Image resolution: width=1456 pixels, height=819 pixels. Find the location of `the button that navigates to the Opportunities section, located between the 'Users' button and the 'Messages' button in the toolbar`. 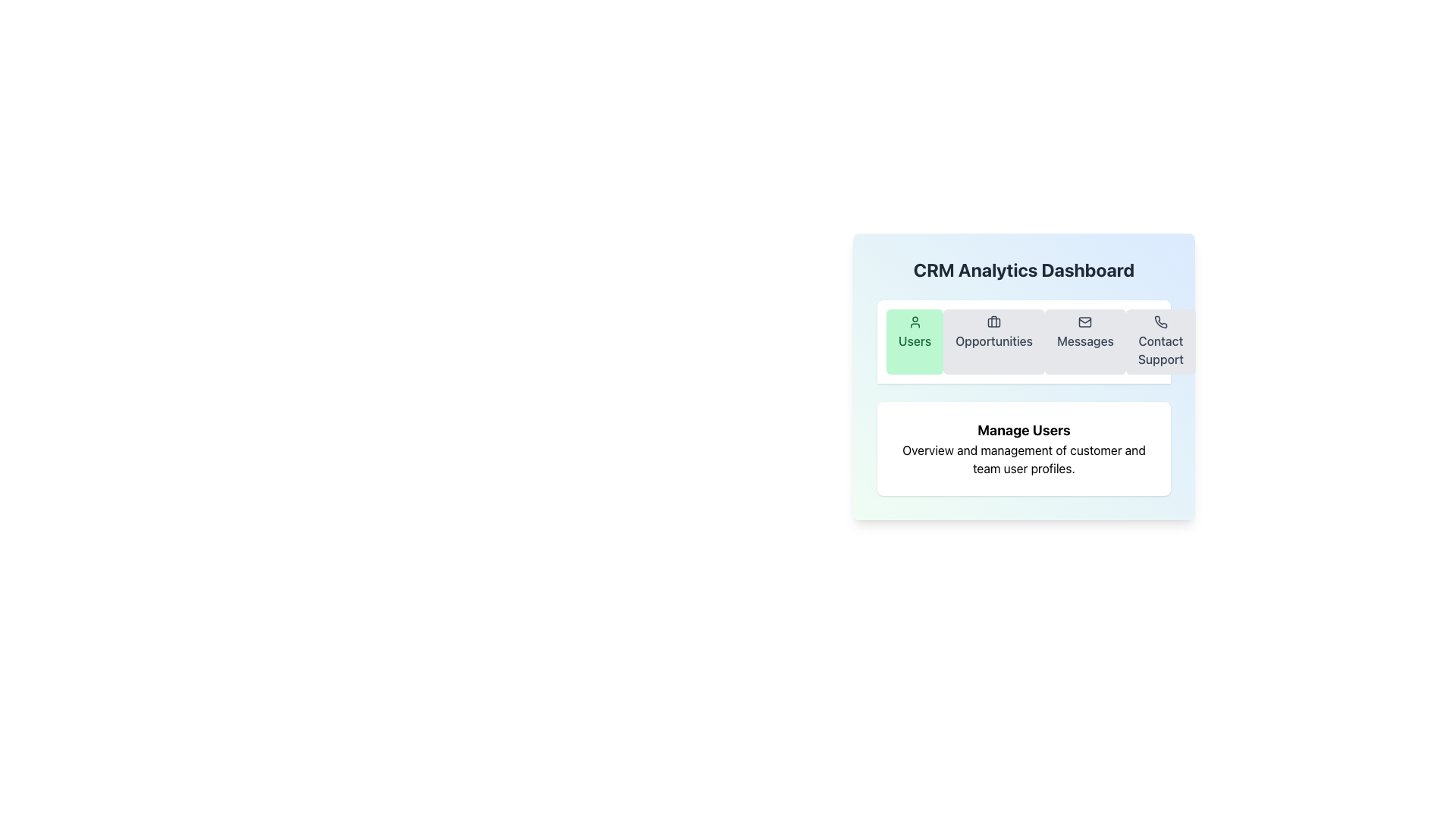

the button that navigates to the Opportunities section, located between the 'Users' button and the 'Messages' button in the toolbar is located at coordinates (993, 342).